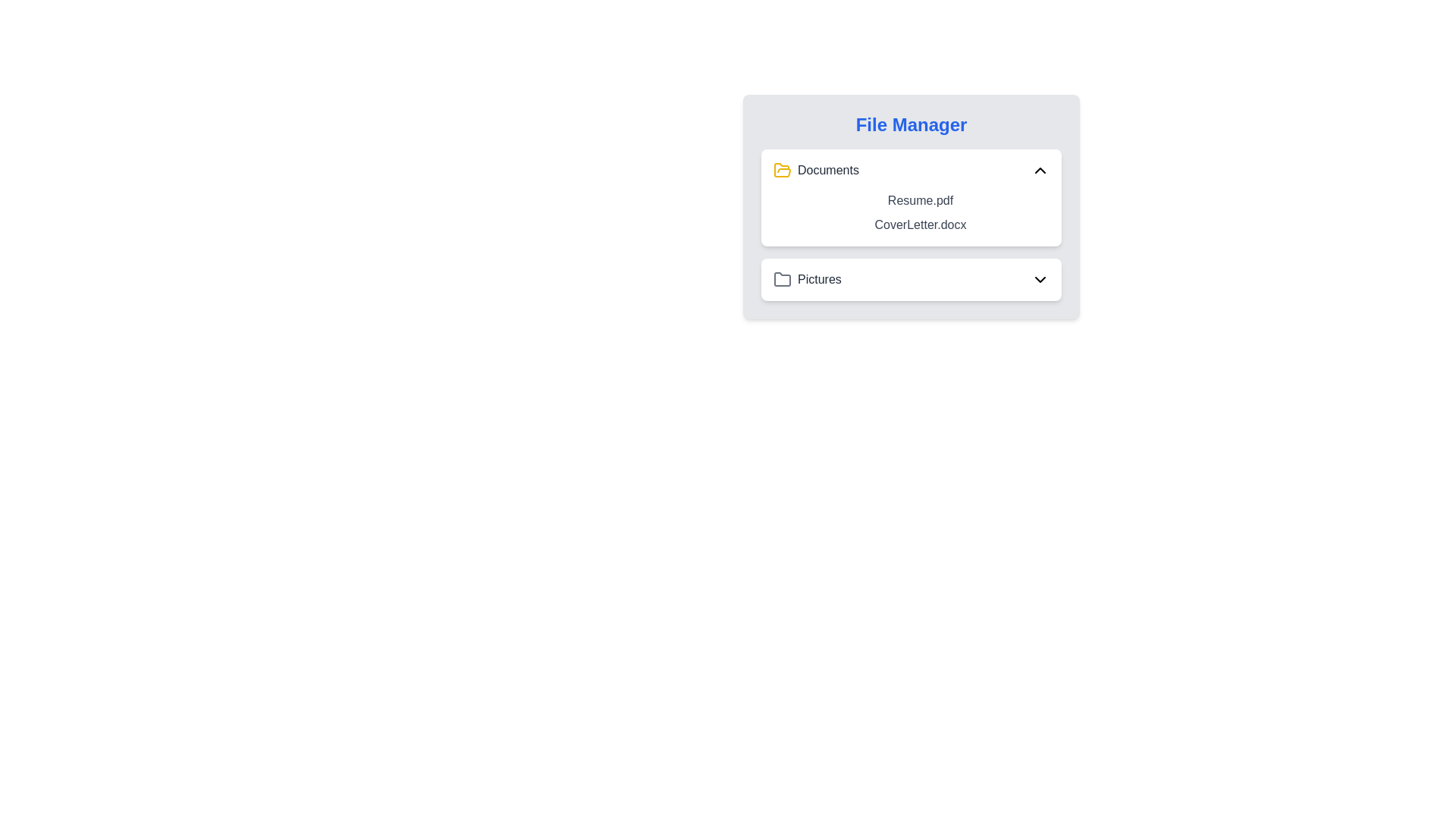 The width and height of the screenshot is (1456, 819). I want to click on the dropdown arrow of the 'Pictures' folder item in the File Manager section, so click(910, 280).